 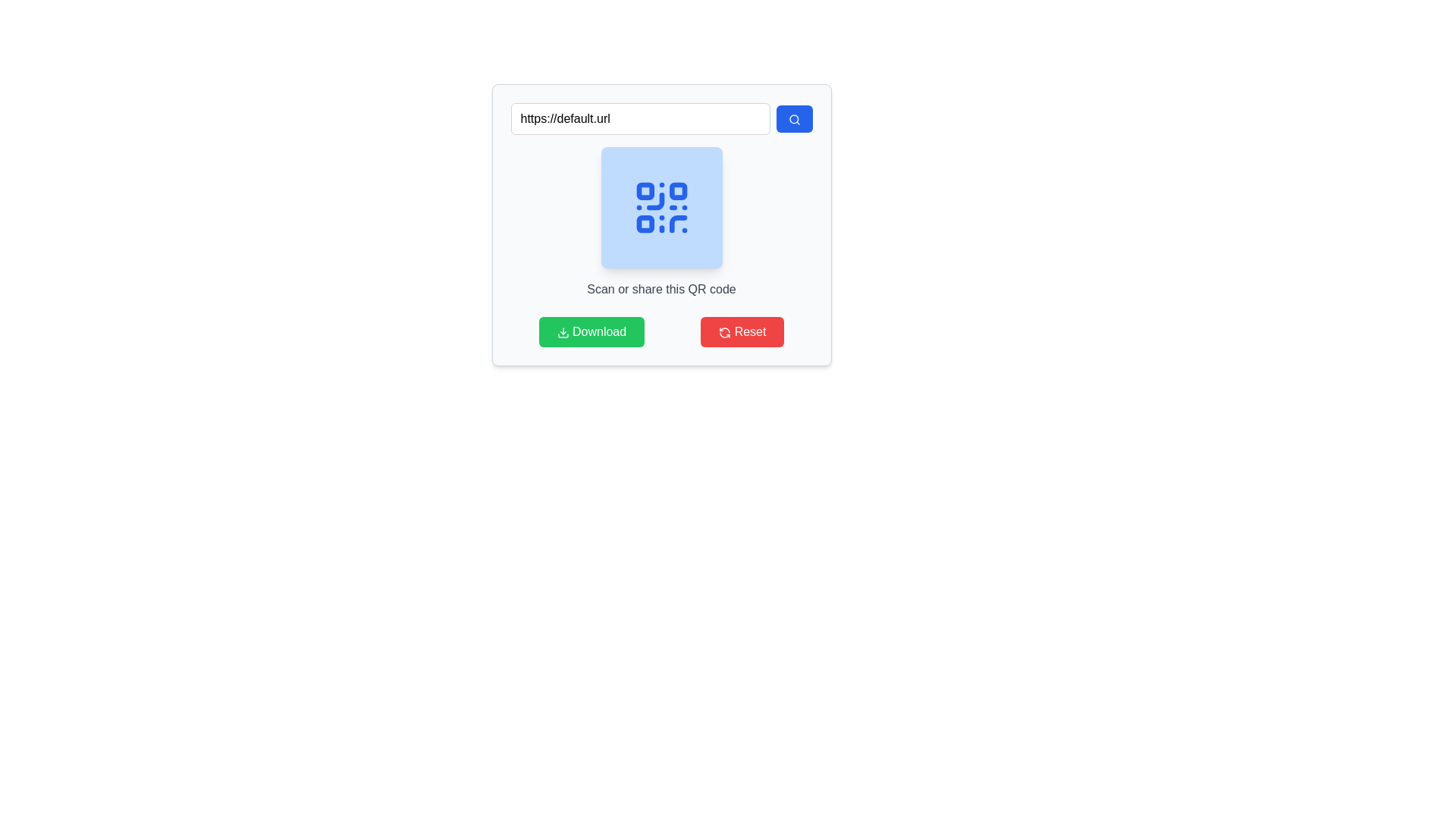 I want to click on the second decorative square in the upper right corner of the QR code, which enhances its scannable design, so click(x=677, y=190).